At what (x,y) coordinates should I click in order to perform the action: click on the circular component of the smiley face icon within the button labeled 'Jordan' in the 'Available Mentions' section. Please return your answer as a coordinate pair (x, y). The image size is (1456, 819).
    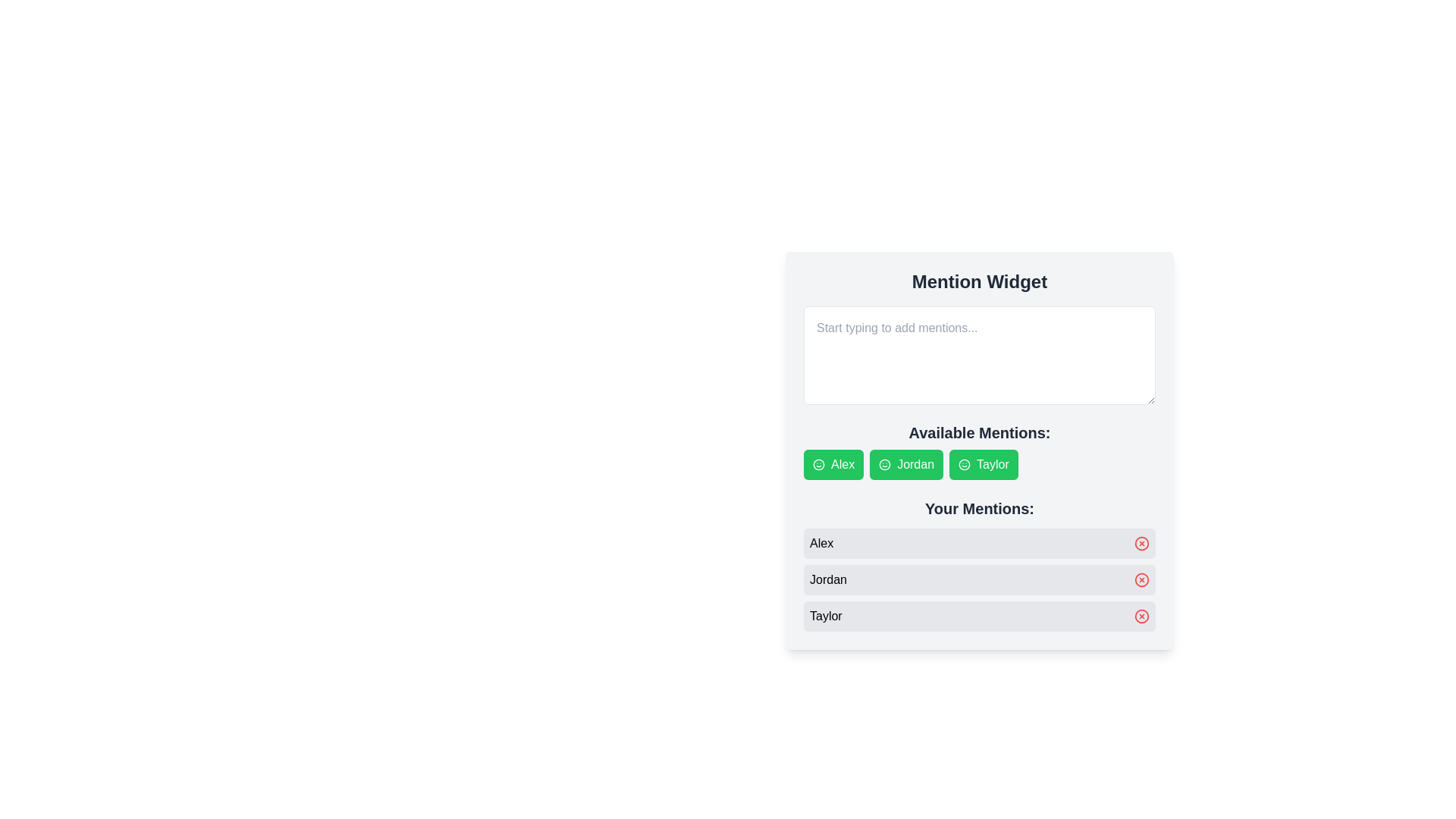
    Looking at the image, I should click on (885, 464).